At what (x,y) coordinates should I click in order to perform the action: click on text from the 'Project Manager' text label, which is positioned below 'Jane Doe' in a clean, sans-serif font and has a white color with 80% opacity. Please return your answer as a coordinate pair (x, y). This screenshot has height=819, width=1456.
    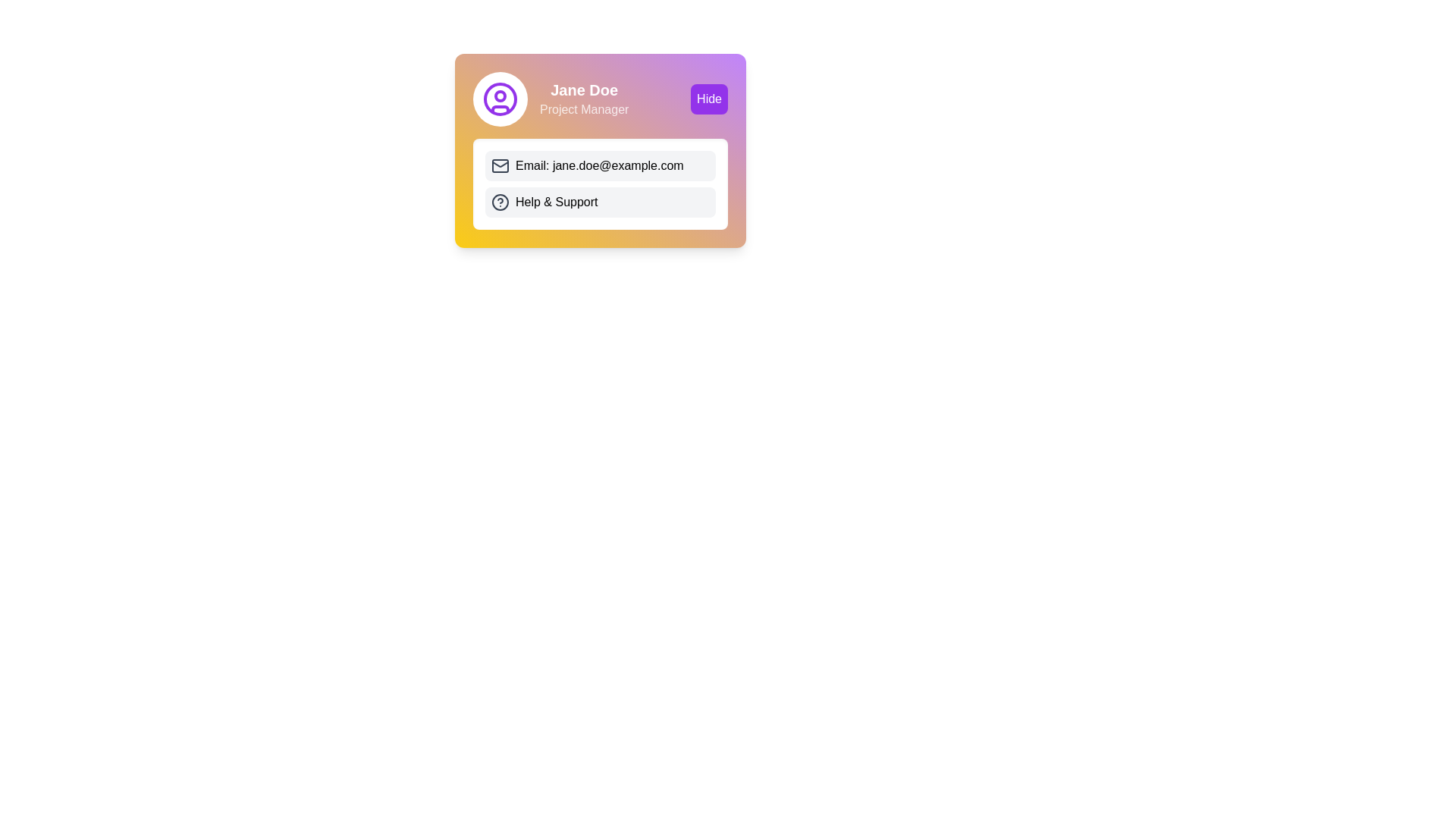
    Looking at the image, I should click on (583, 109).